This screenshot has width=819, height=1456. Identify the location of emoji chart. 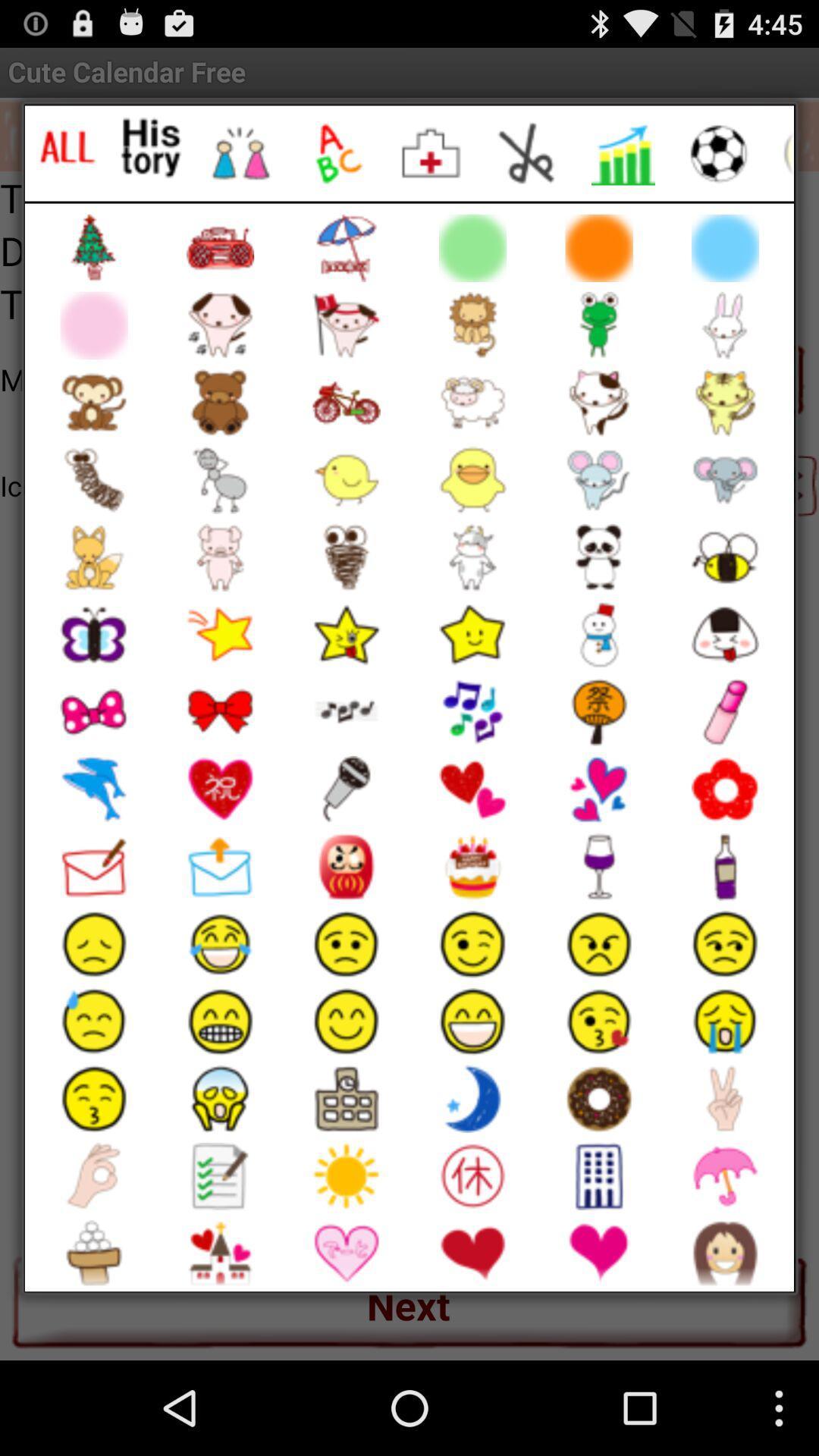
(623, 153).